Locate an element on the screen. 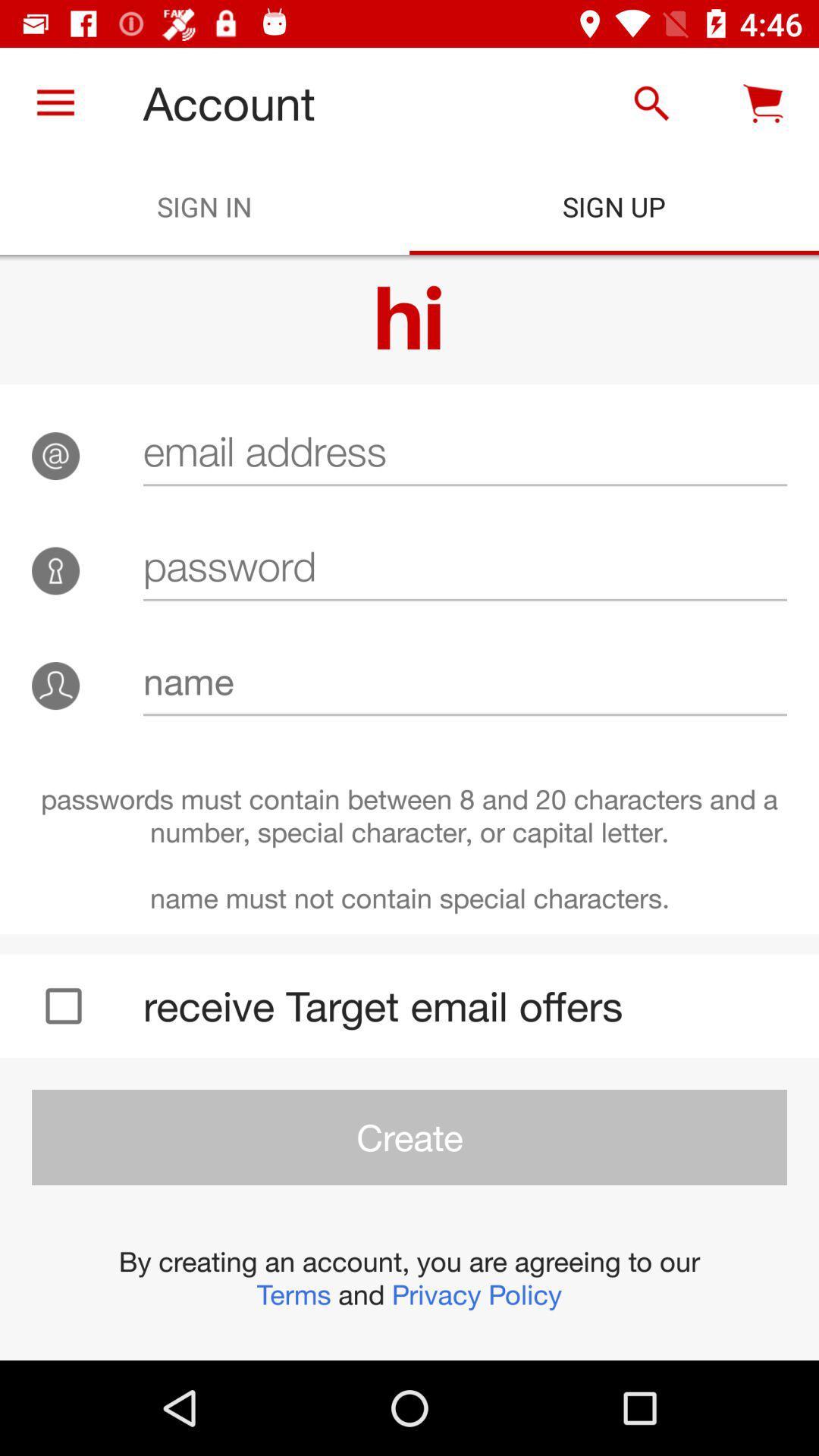  by creating an item is located at coordinates (409, 1277).